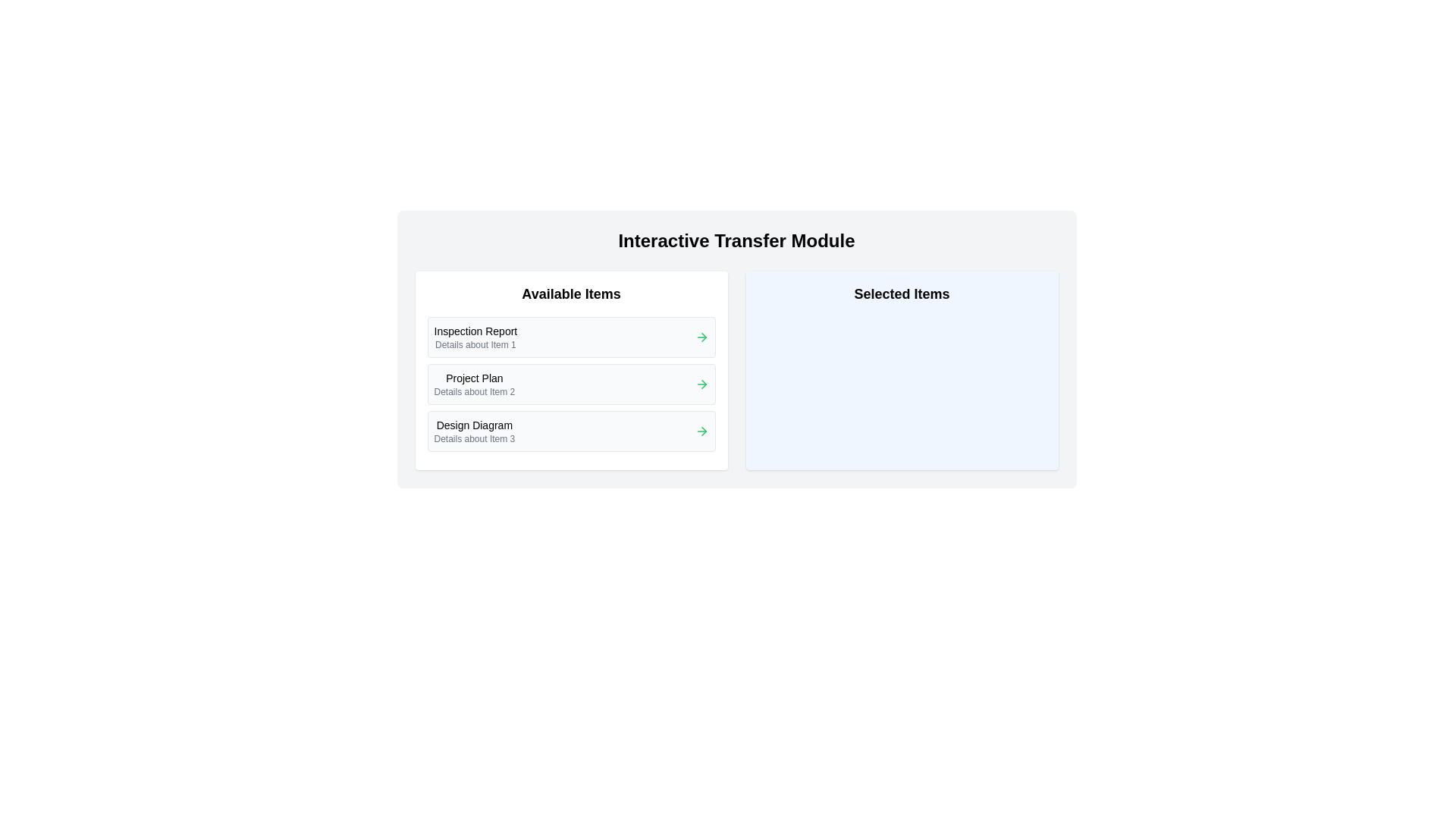  Describe the element at coordinates (473, 431) in the screenshot. I see `the text element labeled 'Design Diagram' which describes details about Item 3` at that location.